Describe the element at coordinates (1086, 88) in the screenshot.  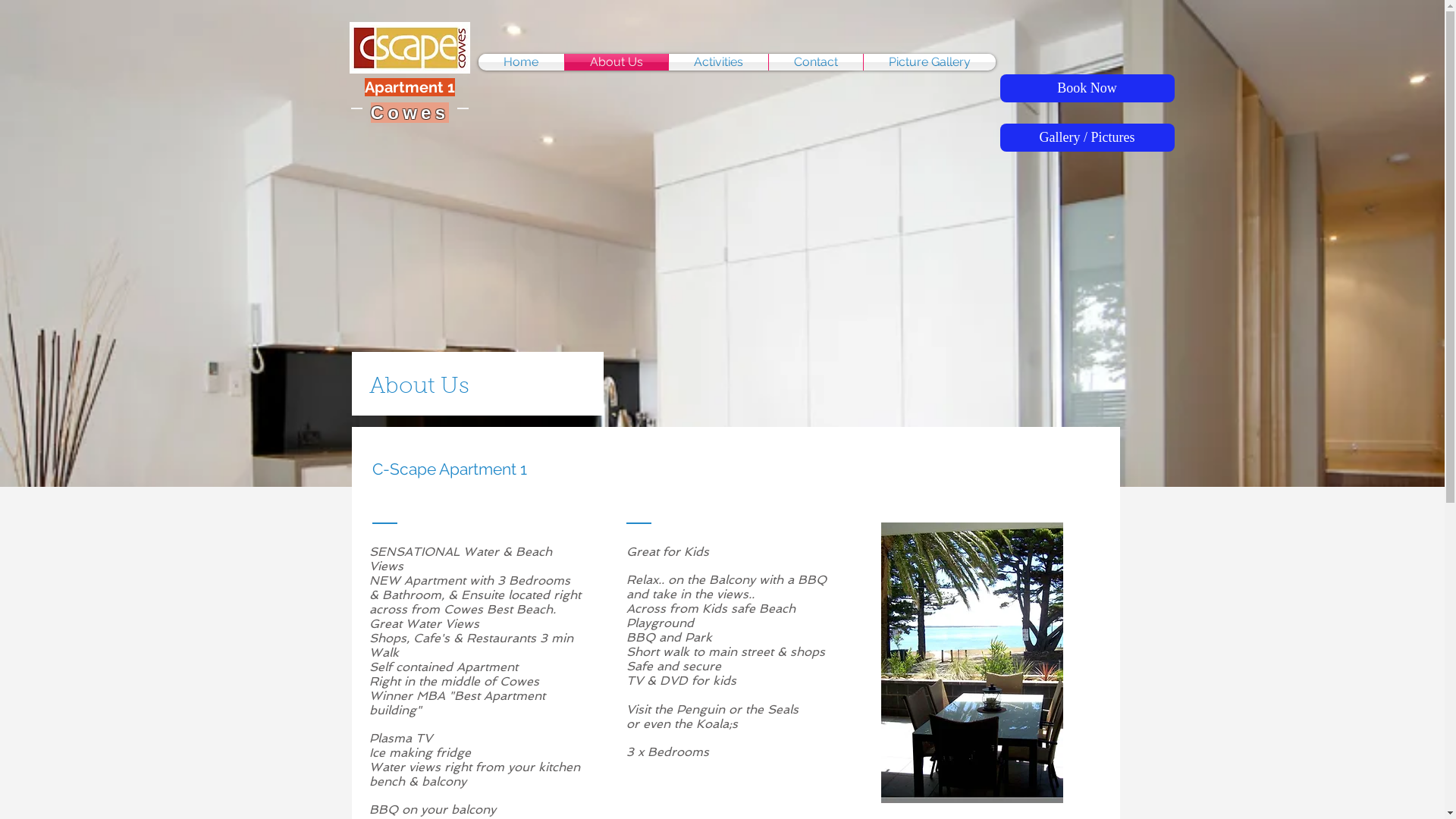
I see `'Book Now'` at that location.